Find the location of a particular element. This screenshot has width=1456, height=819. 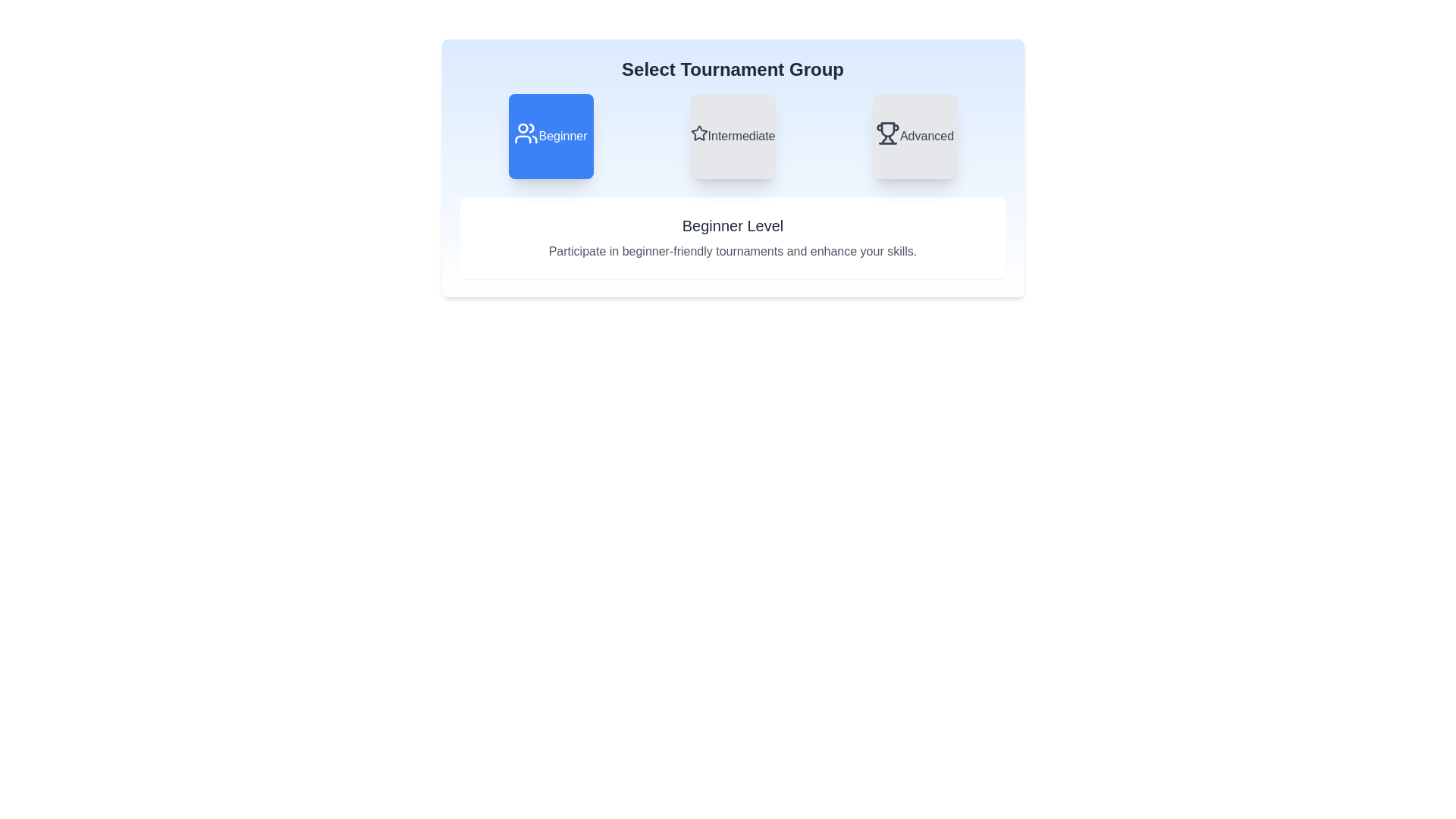

trophy icon, which is dark gray and represents achievement, located in the 'Advanced' option card above the 'Advanced' label is located at coordinates (887, 133).